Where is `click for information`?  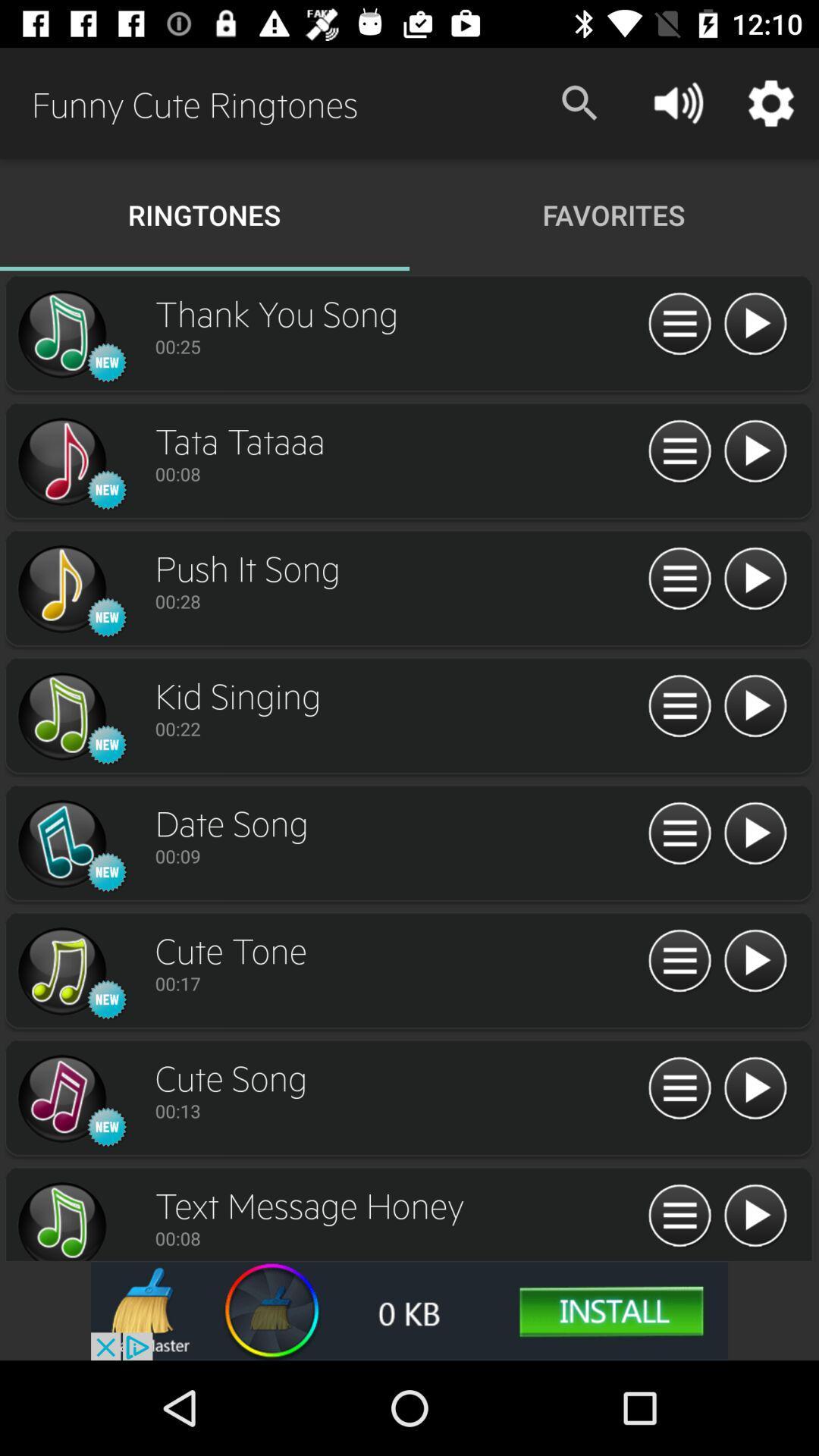 click for information is located at coordinates (679, 706).